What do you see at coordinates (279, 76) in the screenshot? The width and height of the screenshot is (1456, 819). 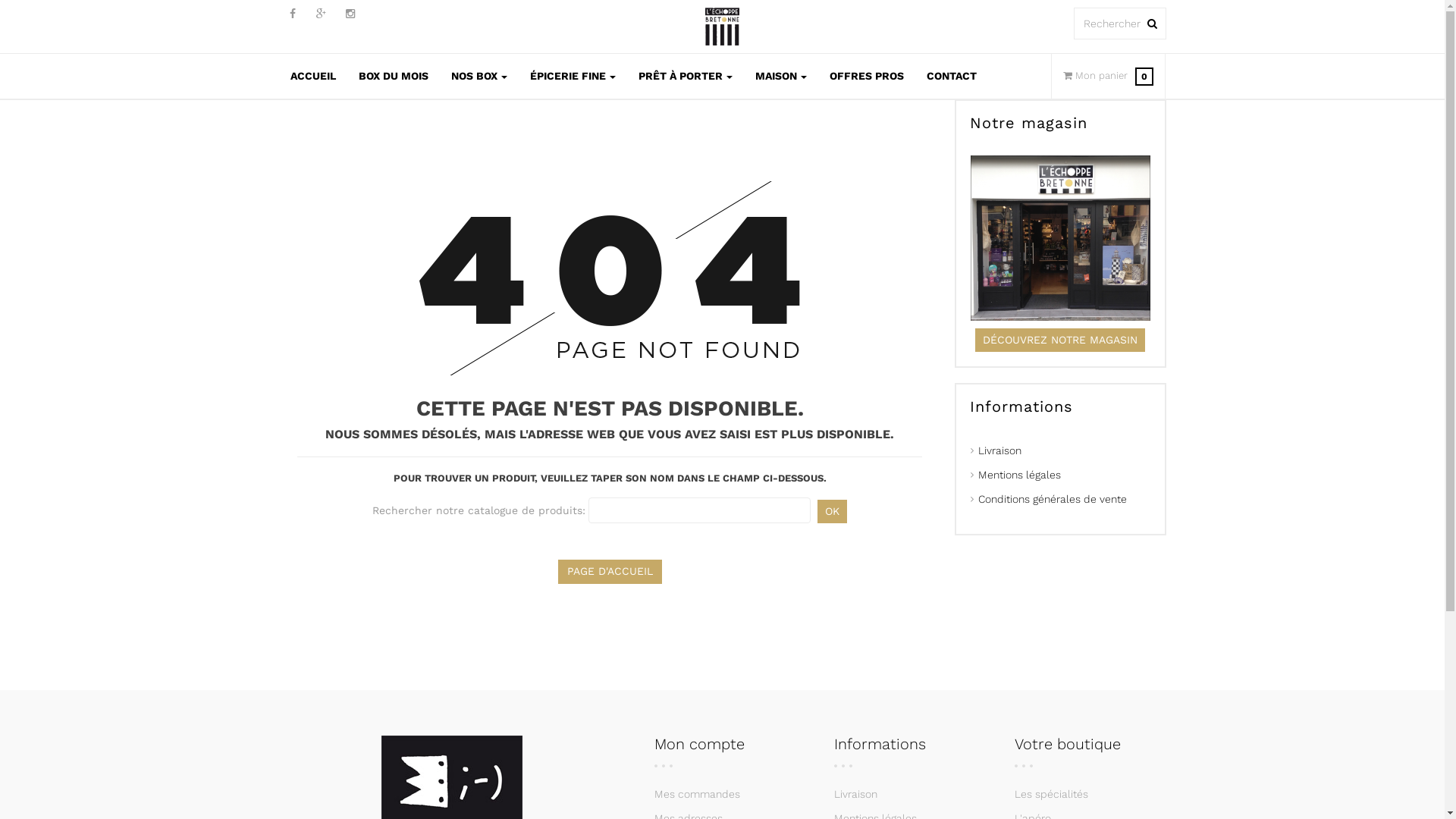 I see `'ACCUEIL'` at bounding box center [279, 76].